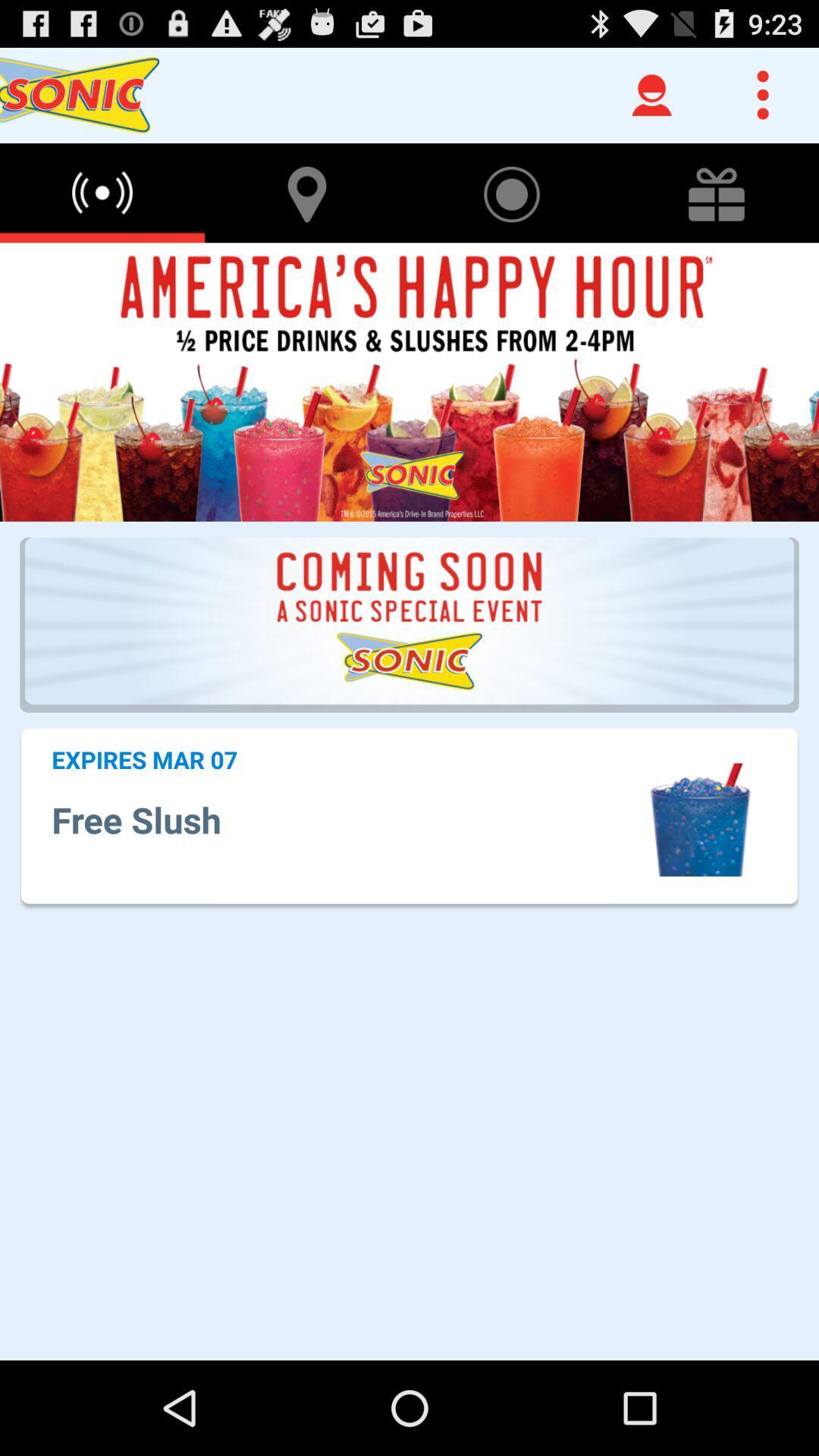 The width and height of the screenshot is (819, 1456). What do you see at coordinates (347, 819) in the screenshot?
I see `the app below the expires mar 07 icon` at bounding box center [347, 819].